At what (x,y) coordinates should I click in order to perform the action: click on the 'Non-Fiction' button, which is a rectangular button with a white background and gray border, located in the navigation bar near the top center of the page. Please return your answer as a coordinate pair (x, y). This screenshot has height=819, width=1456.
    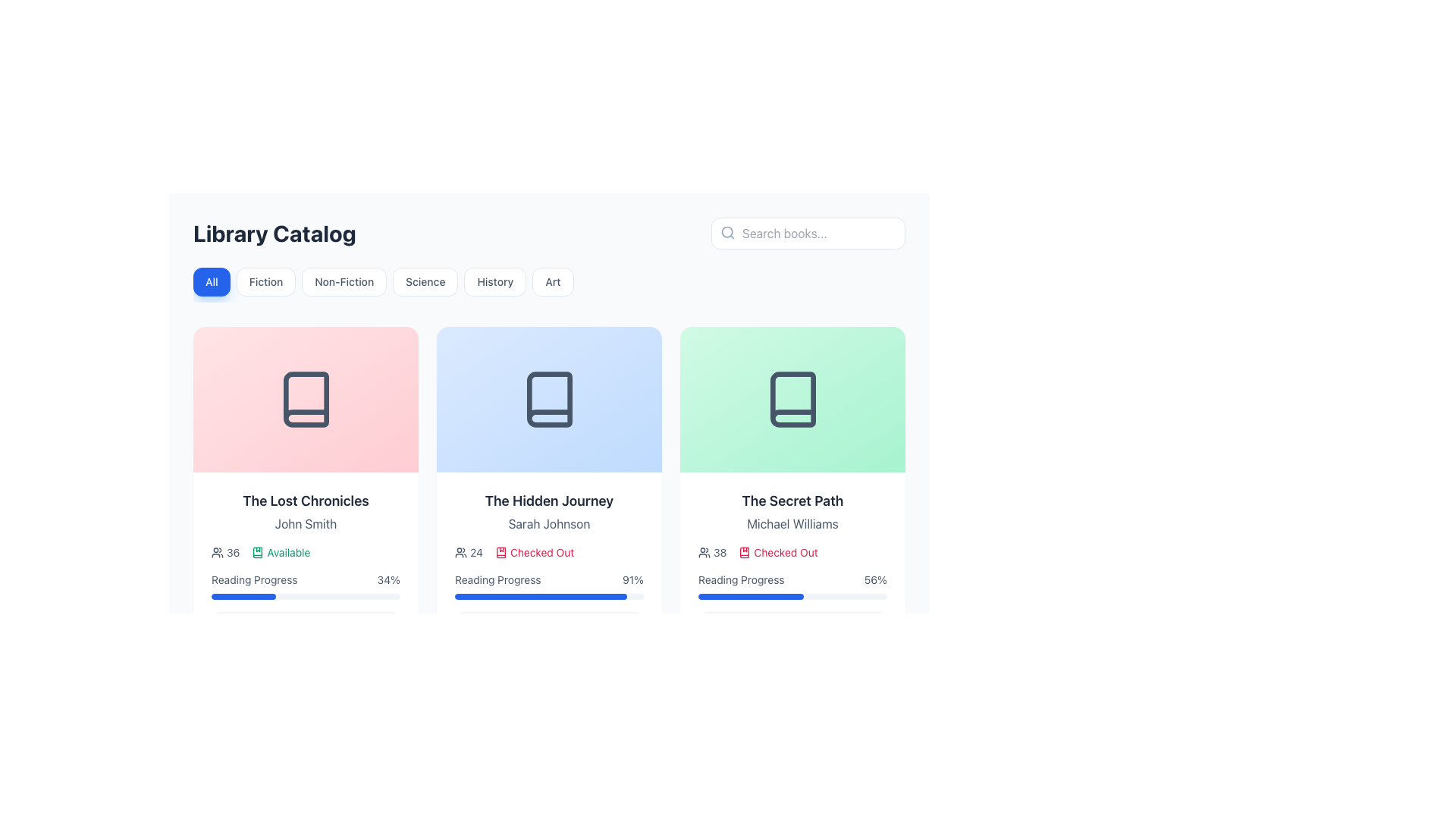
    Looking at the image, I should click on (344, 281).